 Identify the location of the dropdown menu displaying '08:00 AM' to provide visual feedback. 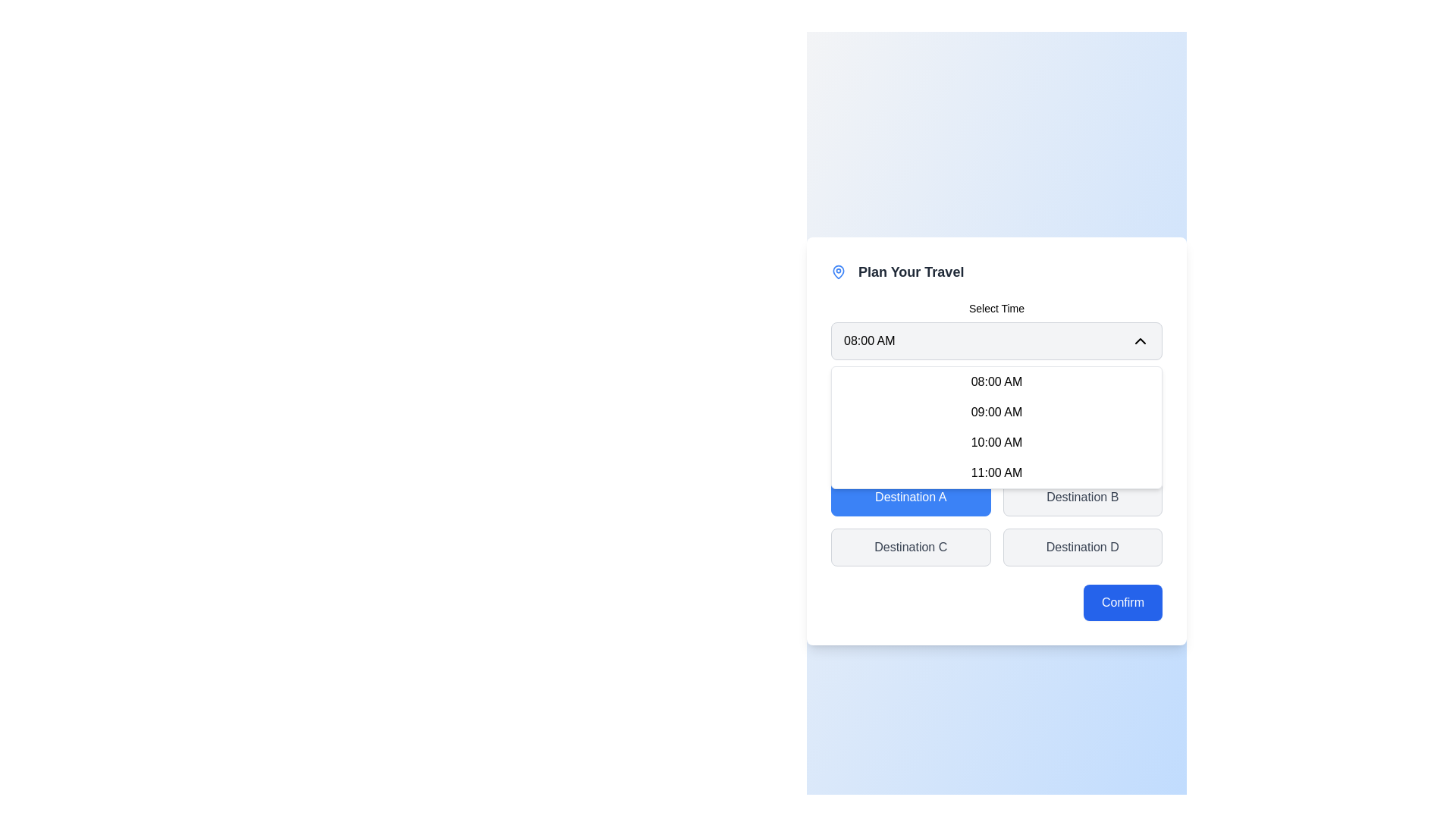
(996, 341).